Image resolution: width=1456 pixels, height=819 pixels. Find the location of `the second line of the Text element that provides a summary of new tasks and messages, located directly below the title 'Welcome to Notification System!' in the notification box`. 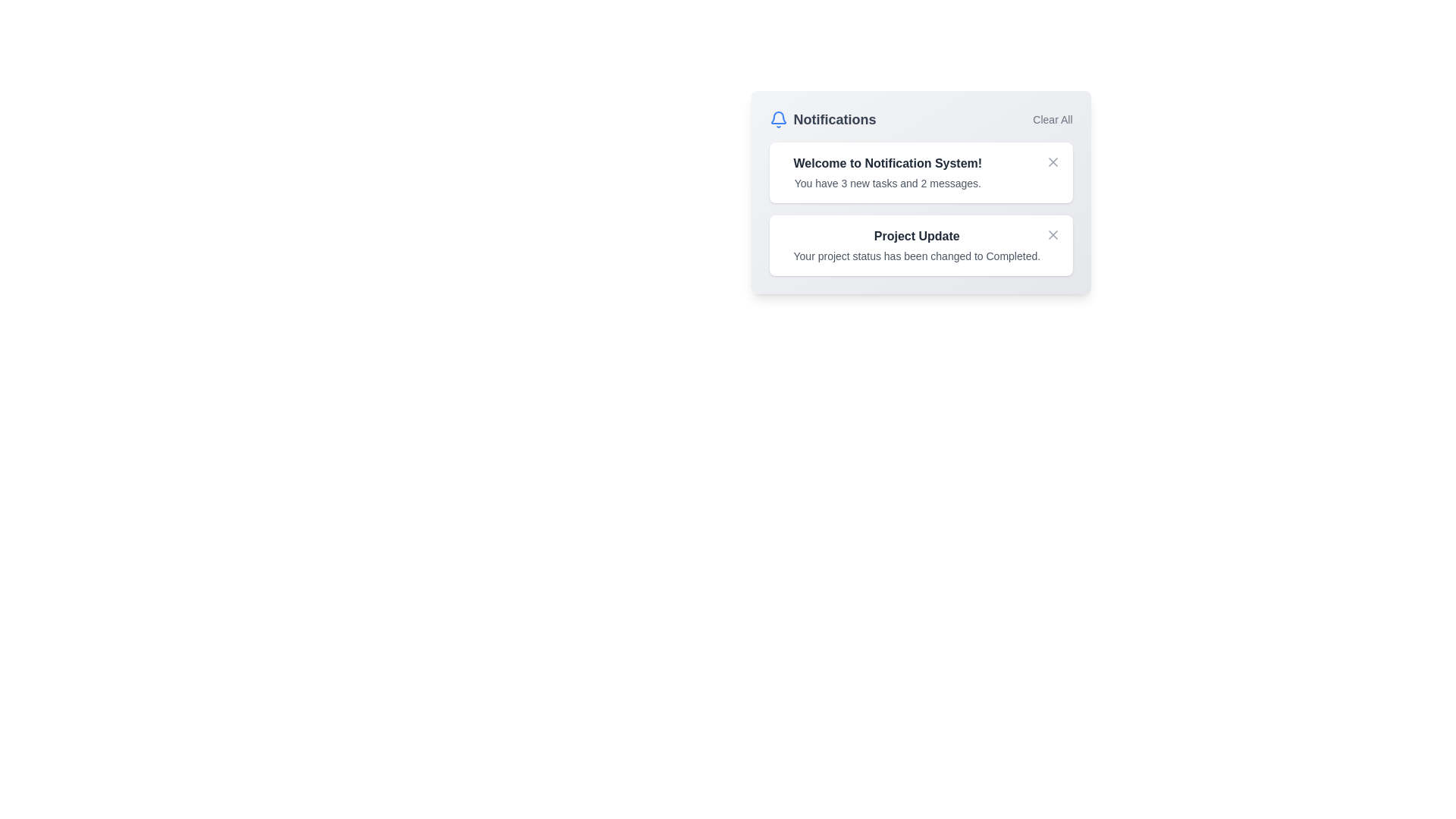

the second line of the Text element that provides a summary of new tasks and messages, located directly below the title 'Welcome to Notification System!' in the notification box is located at coordinates (887, 183).